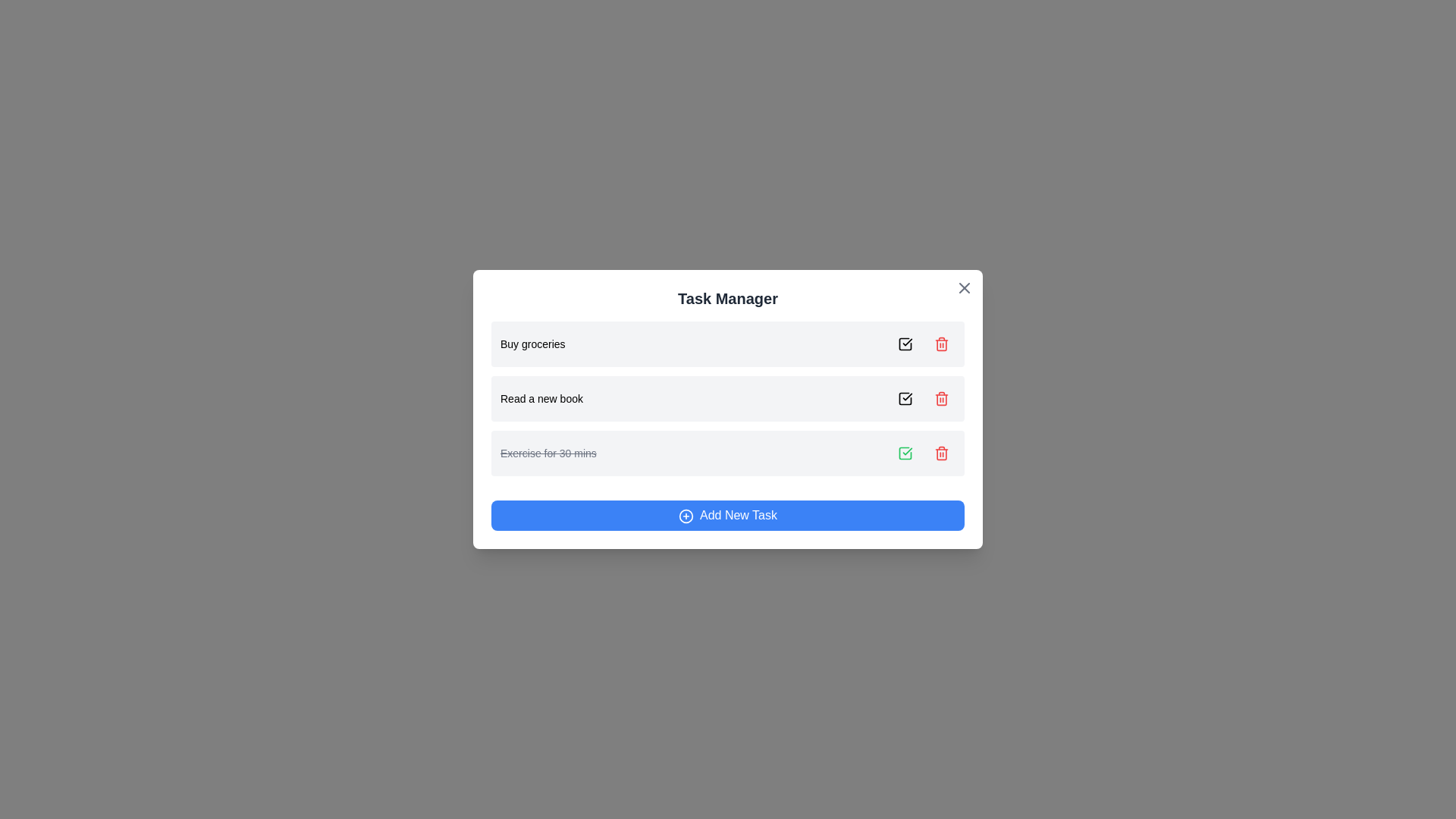 Image resolution: width=1456 pixels, height=819 pixels. What do you see at coordinates (964, 288) in the screenshot?
I see `the close button represented by an 'X' icon in the top-right corner of the 'Task Manager' dialog box` at bounding box center [964, 288].